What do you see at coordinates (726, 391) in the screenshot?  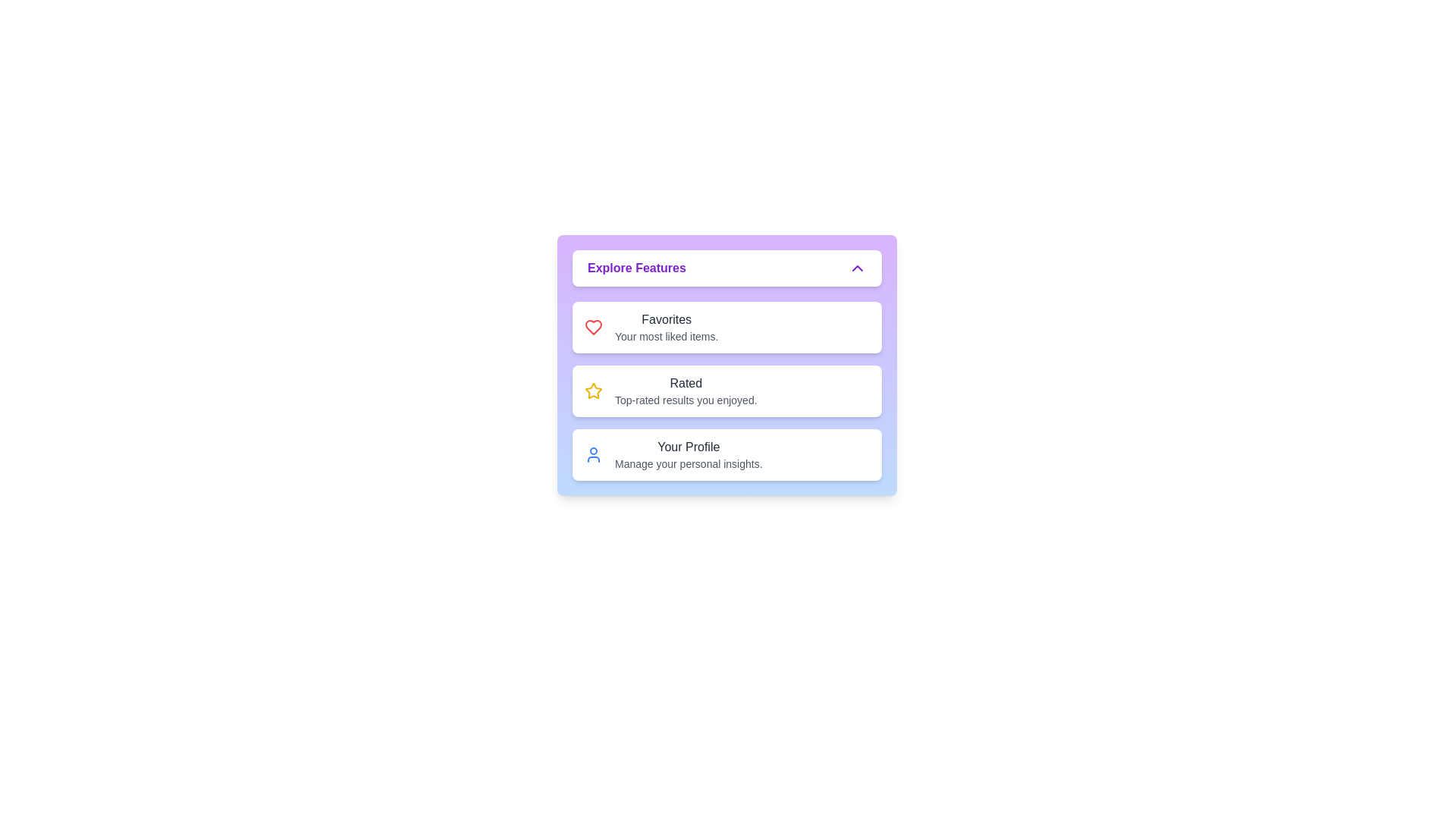 I see `the second List Item with a yellow star icon and the text 'Rated'` at bounding box center [726, 391].